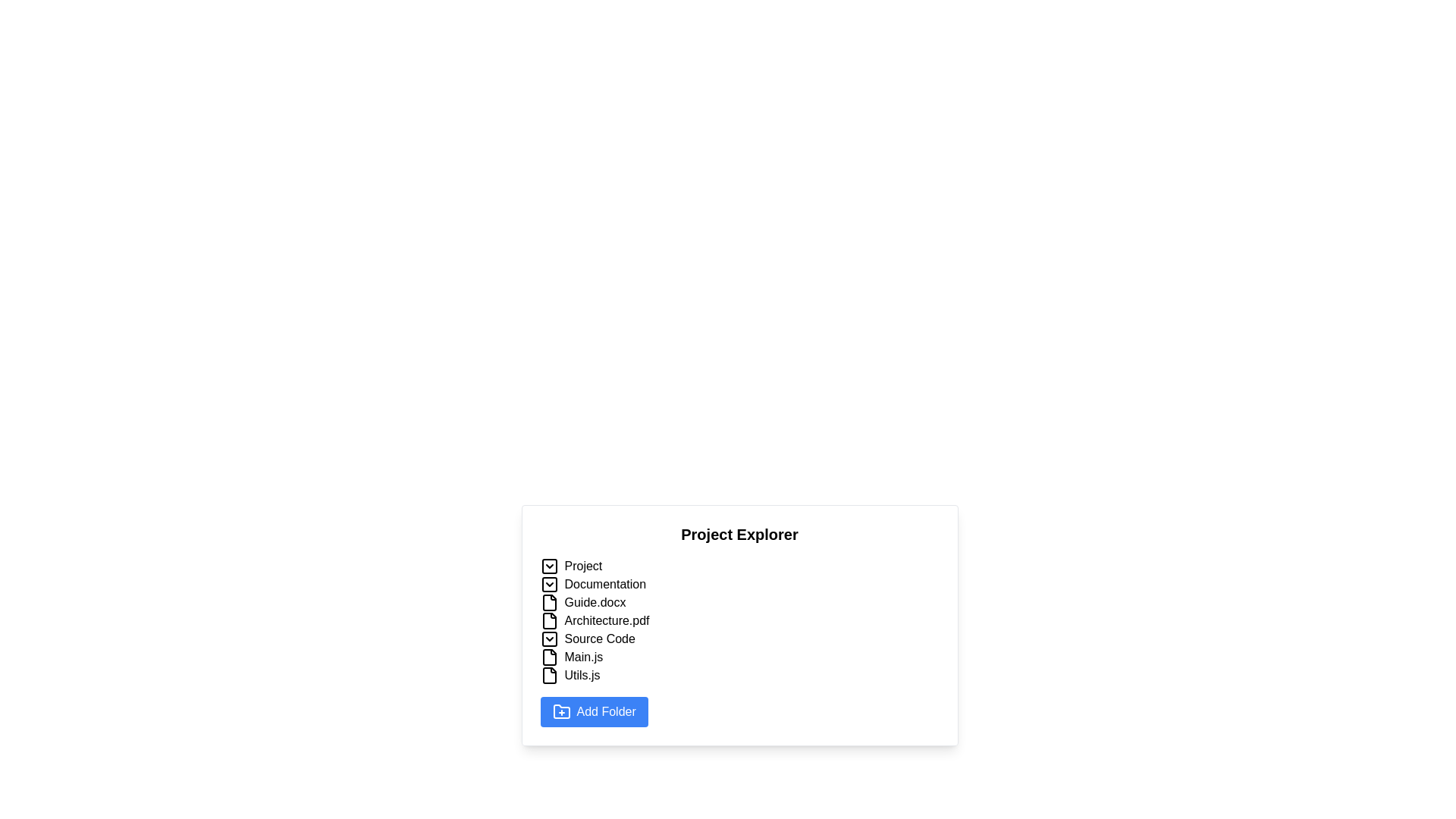  Describe the element at coordinates (582, 566) in the screenshot. I see `the static text label 'Project' in the hierarchical file explorer interface, located at the top-left corner next to the arrow icon` at that location.